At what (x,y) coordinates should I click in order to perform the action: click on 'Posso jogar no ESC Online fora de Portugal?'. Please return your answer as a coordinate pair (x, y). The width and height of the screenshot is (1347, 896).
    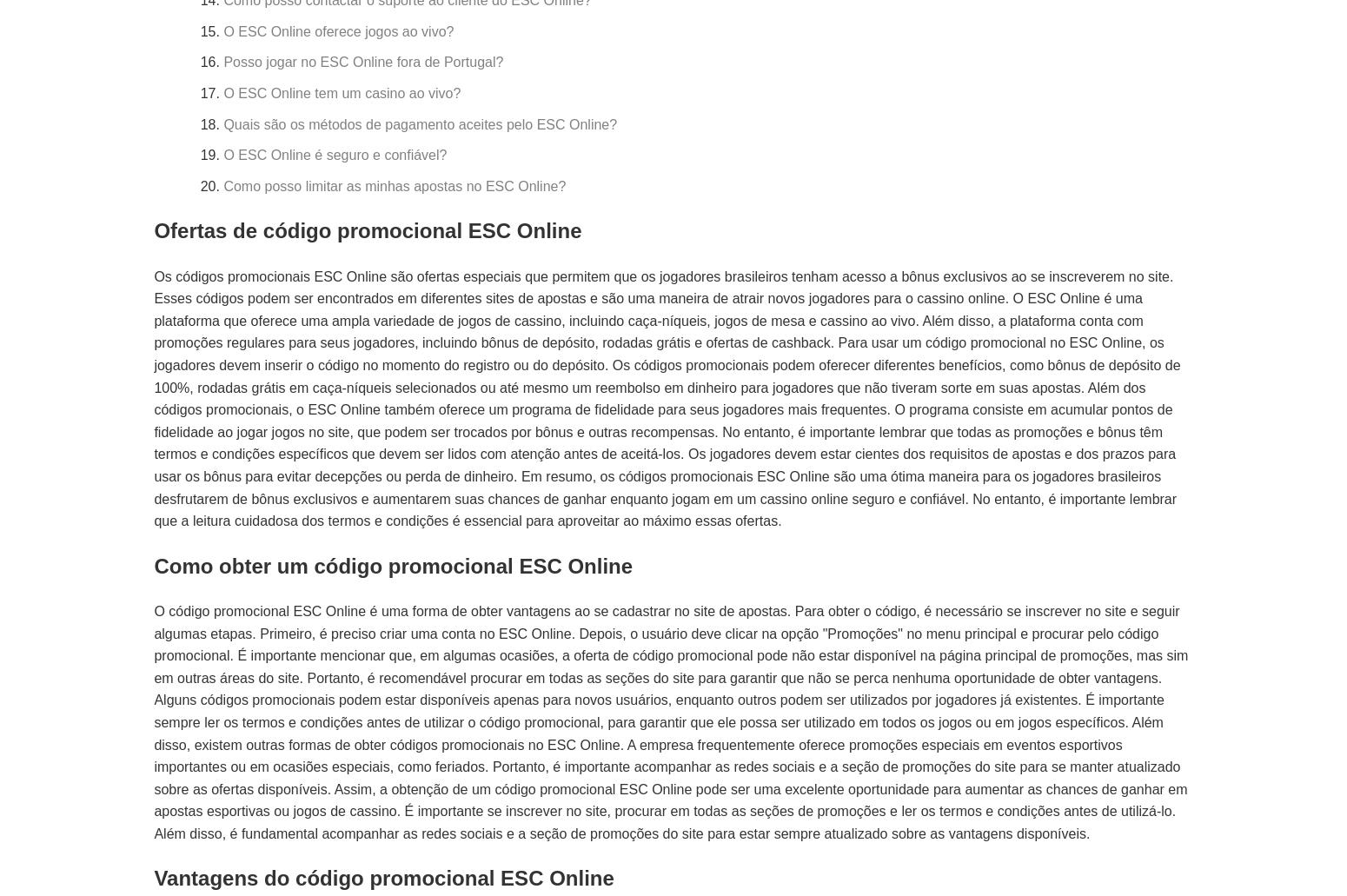
    Looking at the image, I should click on (222, 62).